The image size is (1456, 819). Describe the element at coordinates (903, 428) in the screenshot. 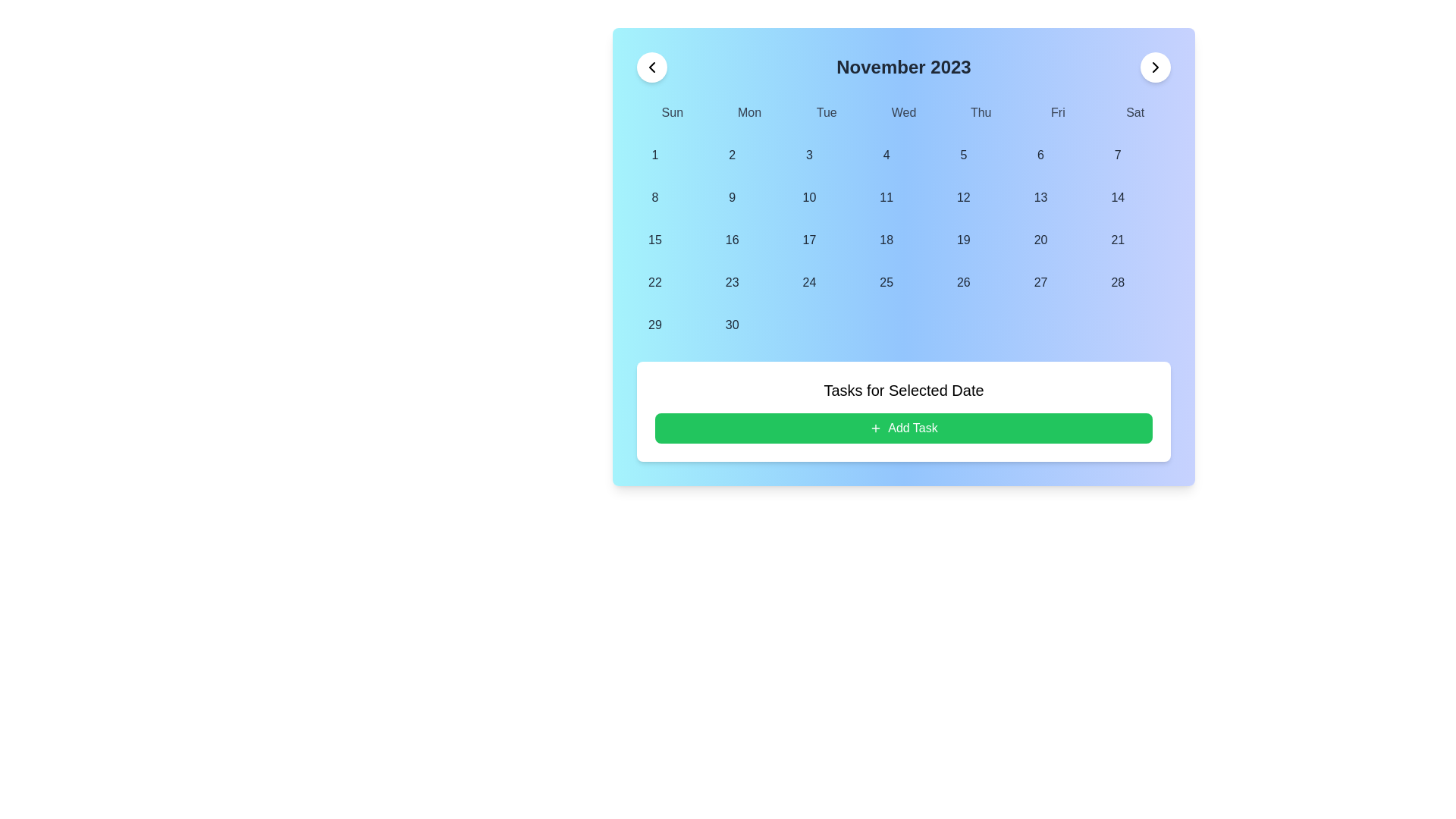

I see `the wide green button labeled 'Add Task' with a plus icon` at that location.